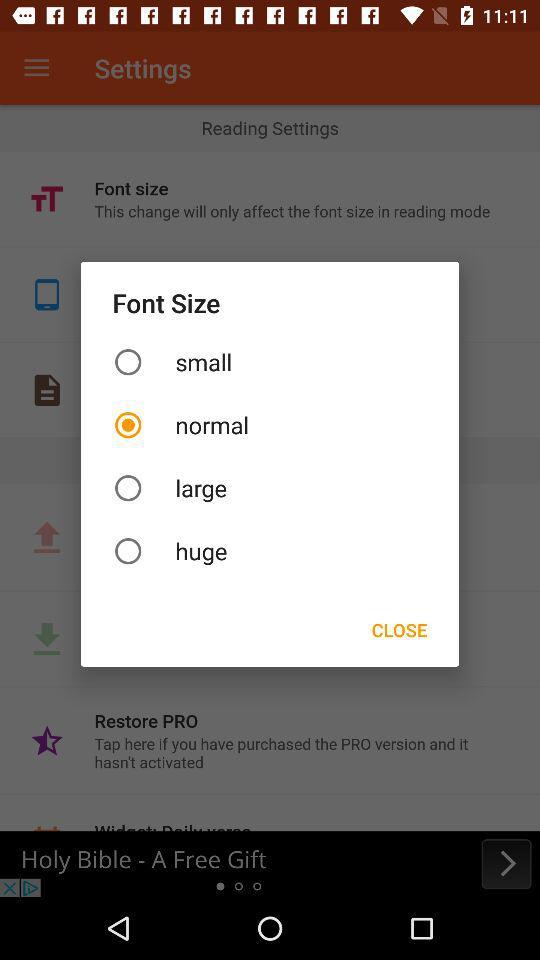 This screenshot has height=960, width=540. What do you see at coordinates (270, 425) in the screenshot?
I see `item above large` at bounding box center [270, 425].